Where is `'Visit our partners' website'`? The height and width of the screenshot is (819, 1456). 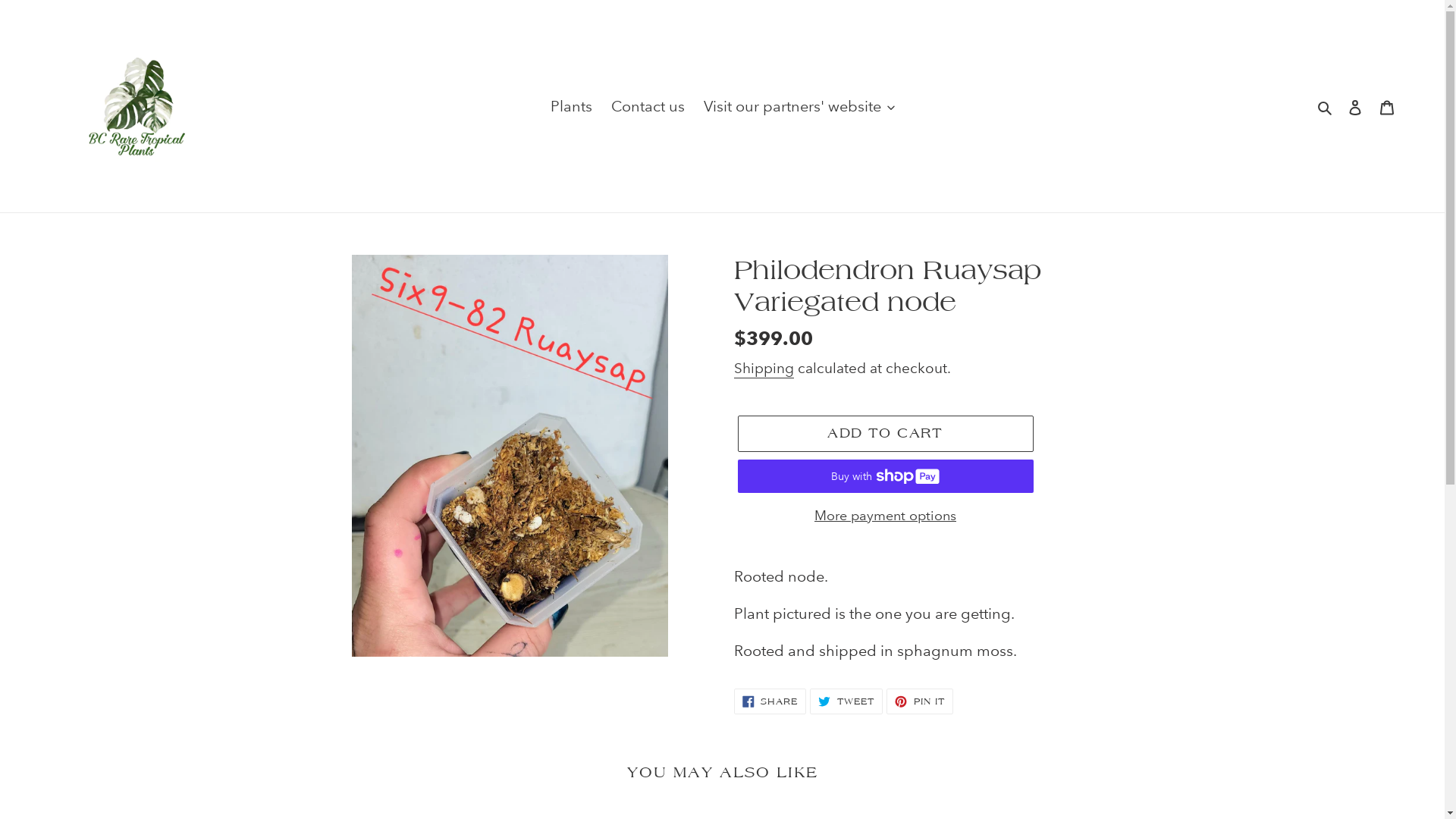
'Visit our partners' website' is located at coordinates (799, 105).